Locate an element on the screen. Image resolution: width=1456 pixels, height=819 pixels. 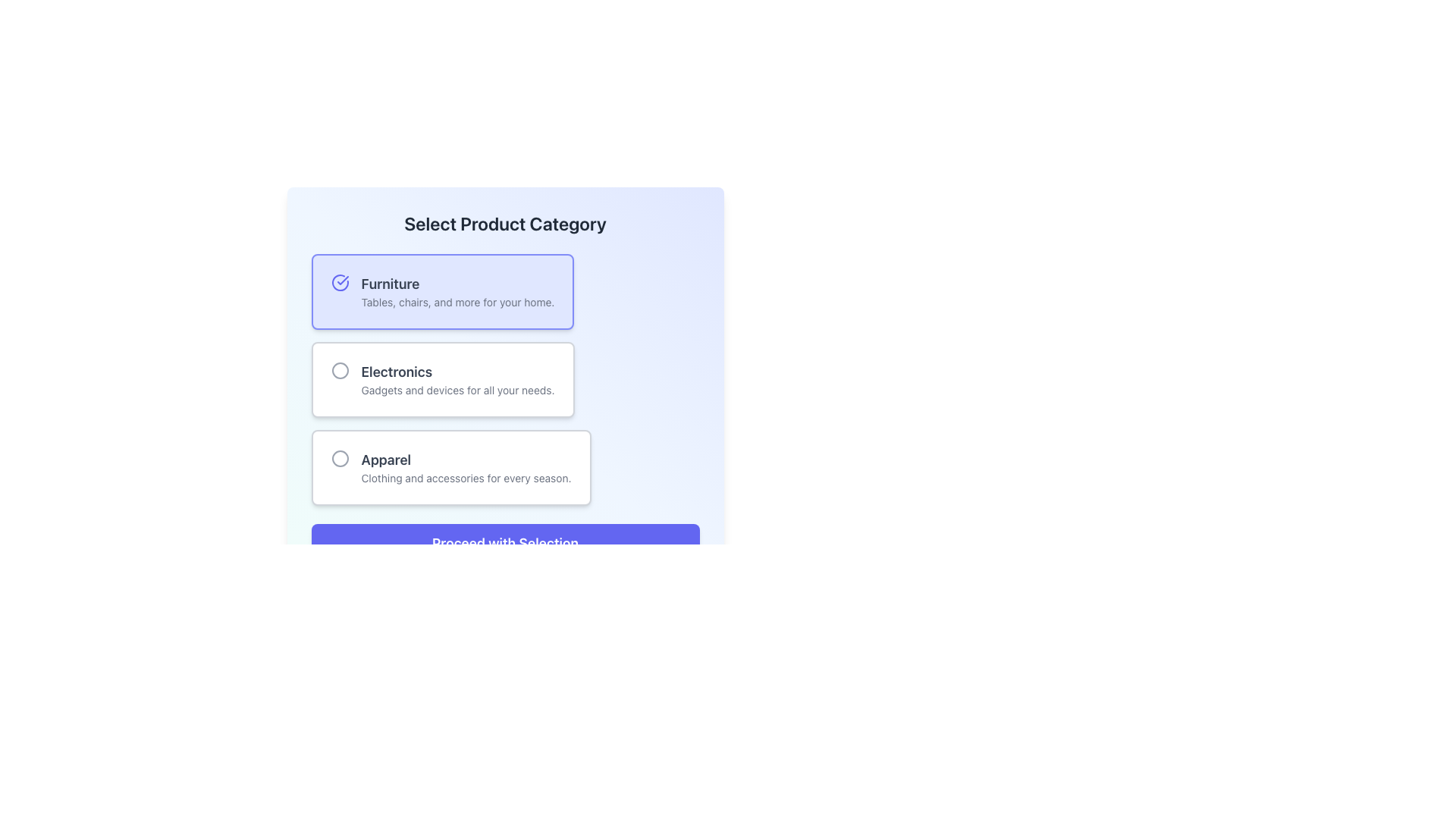
the descriptive text element located directly beneath the 'Furniture' heading, which provides additional information about the 'Furniture' category is located at coordinates (457, 302).